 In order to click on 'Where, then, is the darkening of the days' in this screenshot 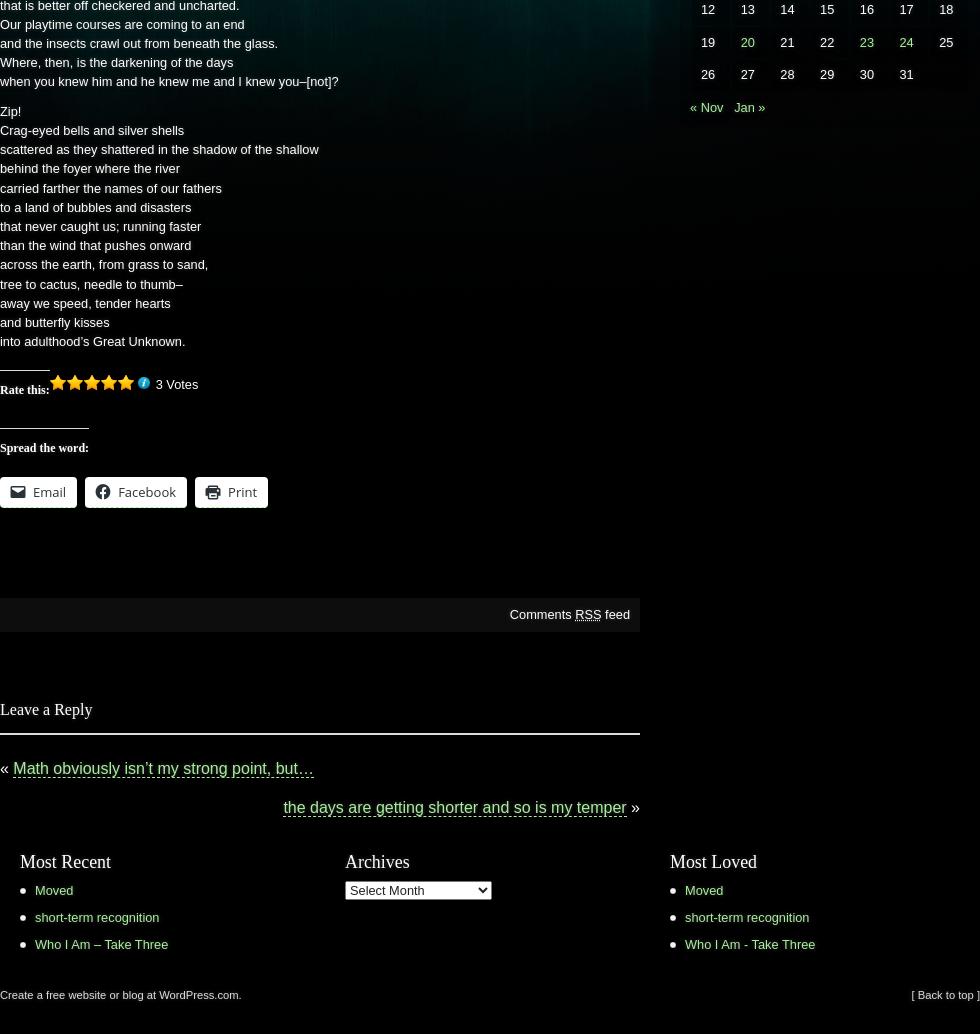, I will do `click(116, 62)`.